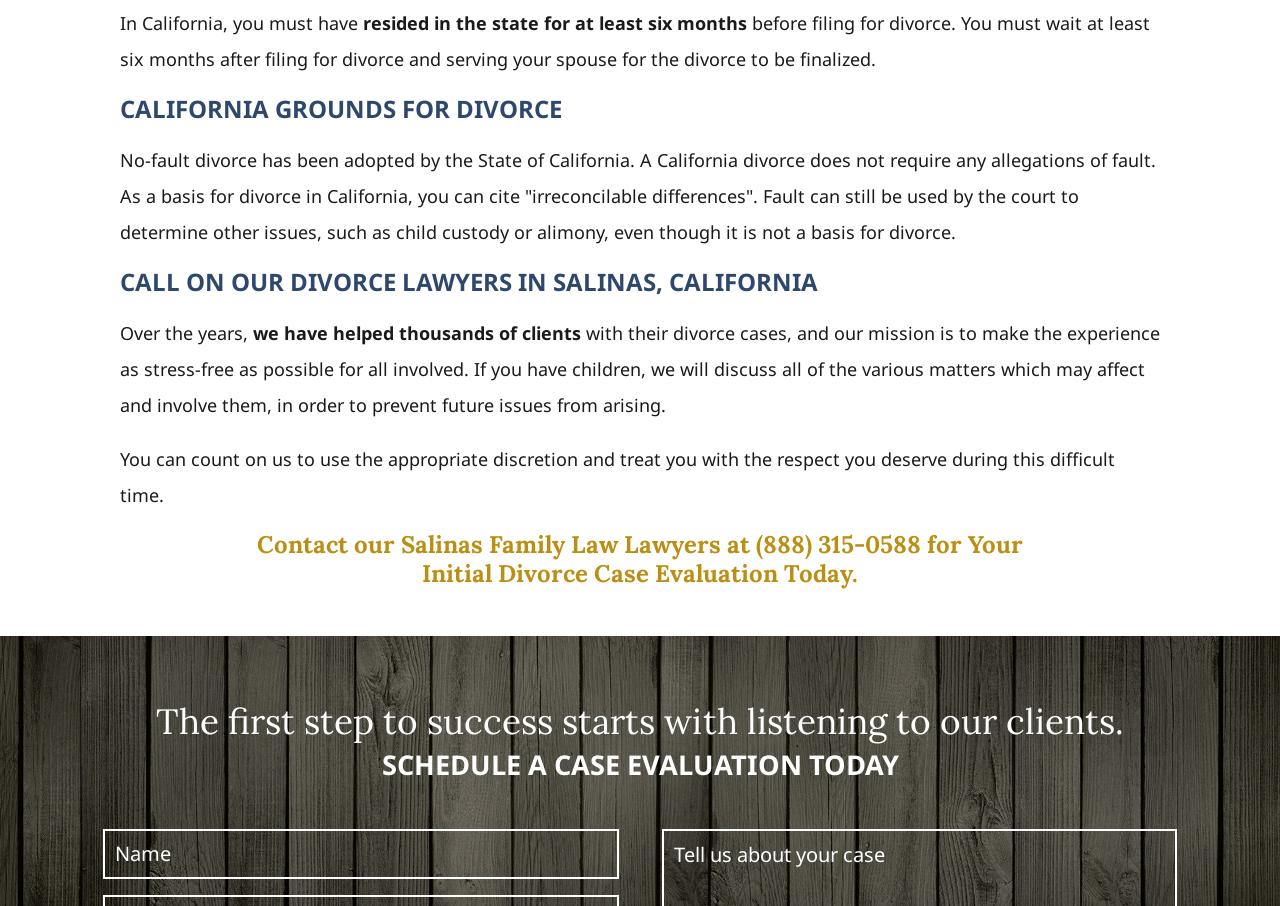 This screenshot has height=906, width=1280. What do you see at coordinates (616, 476) in the screenshot?
I see `'You can count on us to use the appropriate discretion and treat you with
	 the respect you deserve during this difficult time.'` at bounding box center [616, 476].